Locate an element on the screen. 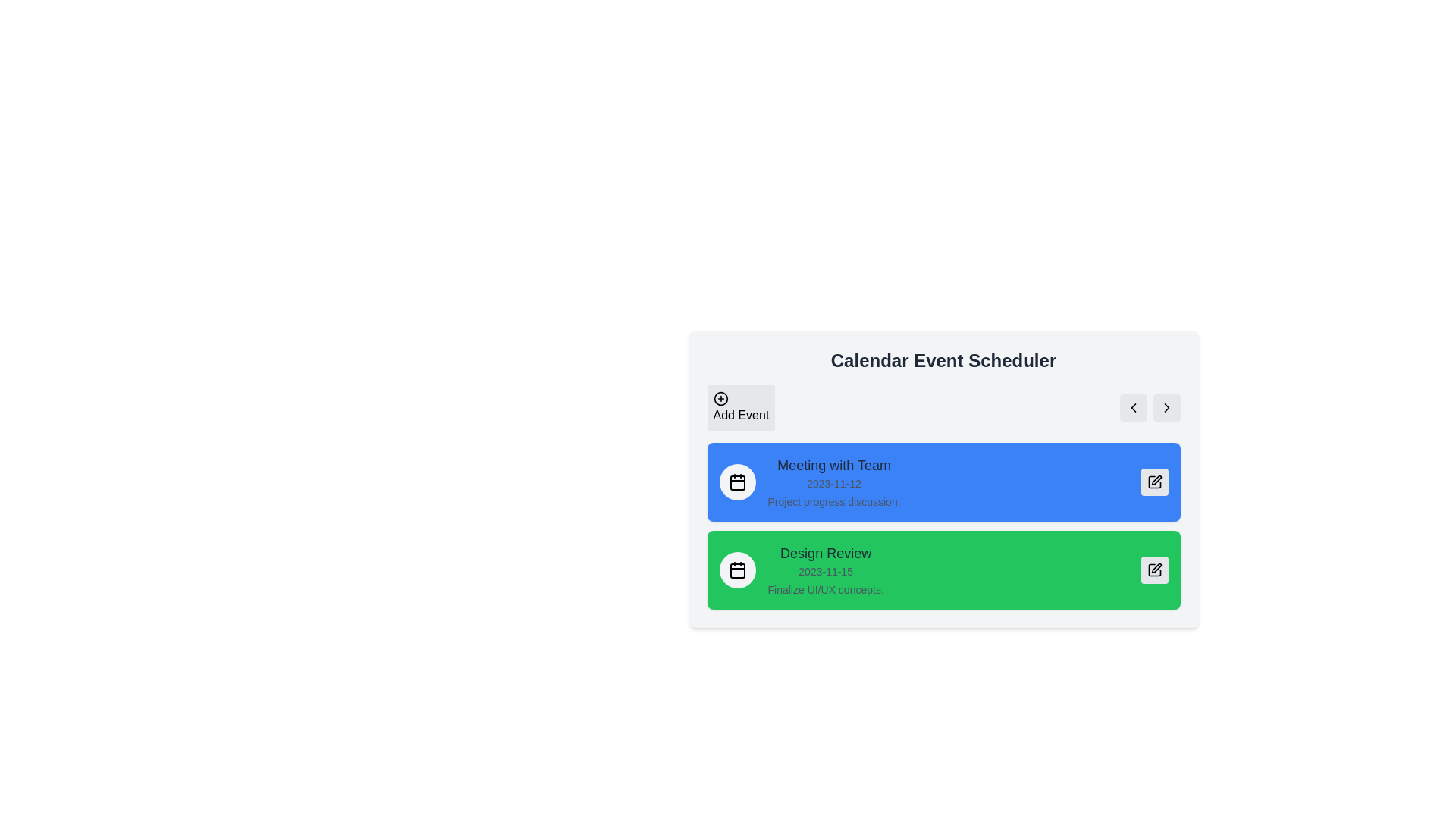 This screenshot has height=819, width=1456. the right-facing chevron arrow icon located in the upper-right section of the calendar event scheduler interface is located at coordinates (1166, 406).